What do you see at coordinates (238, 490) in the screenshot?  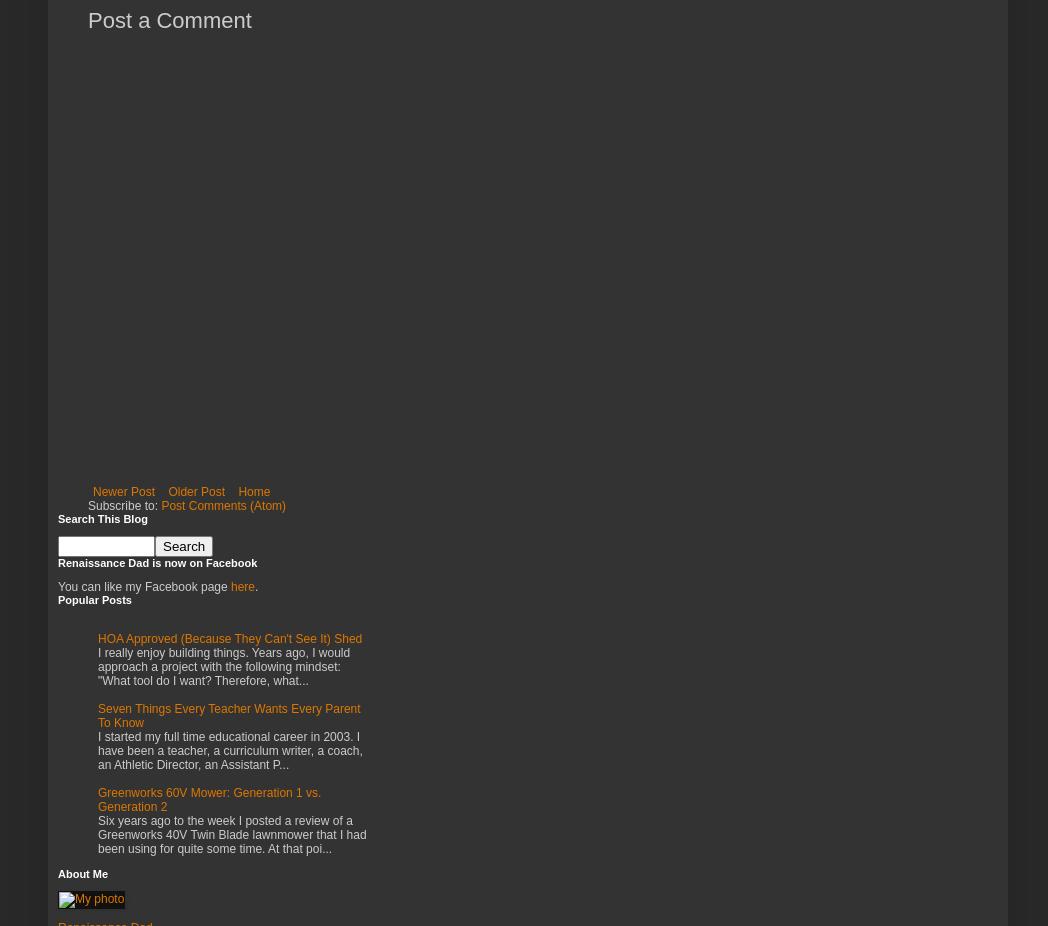 I see `'Home'` at bounding box center [238, 490].